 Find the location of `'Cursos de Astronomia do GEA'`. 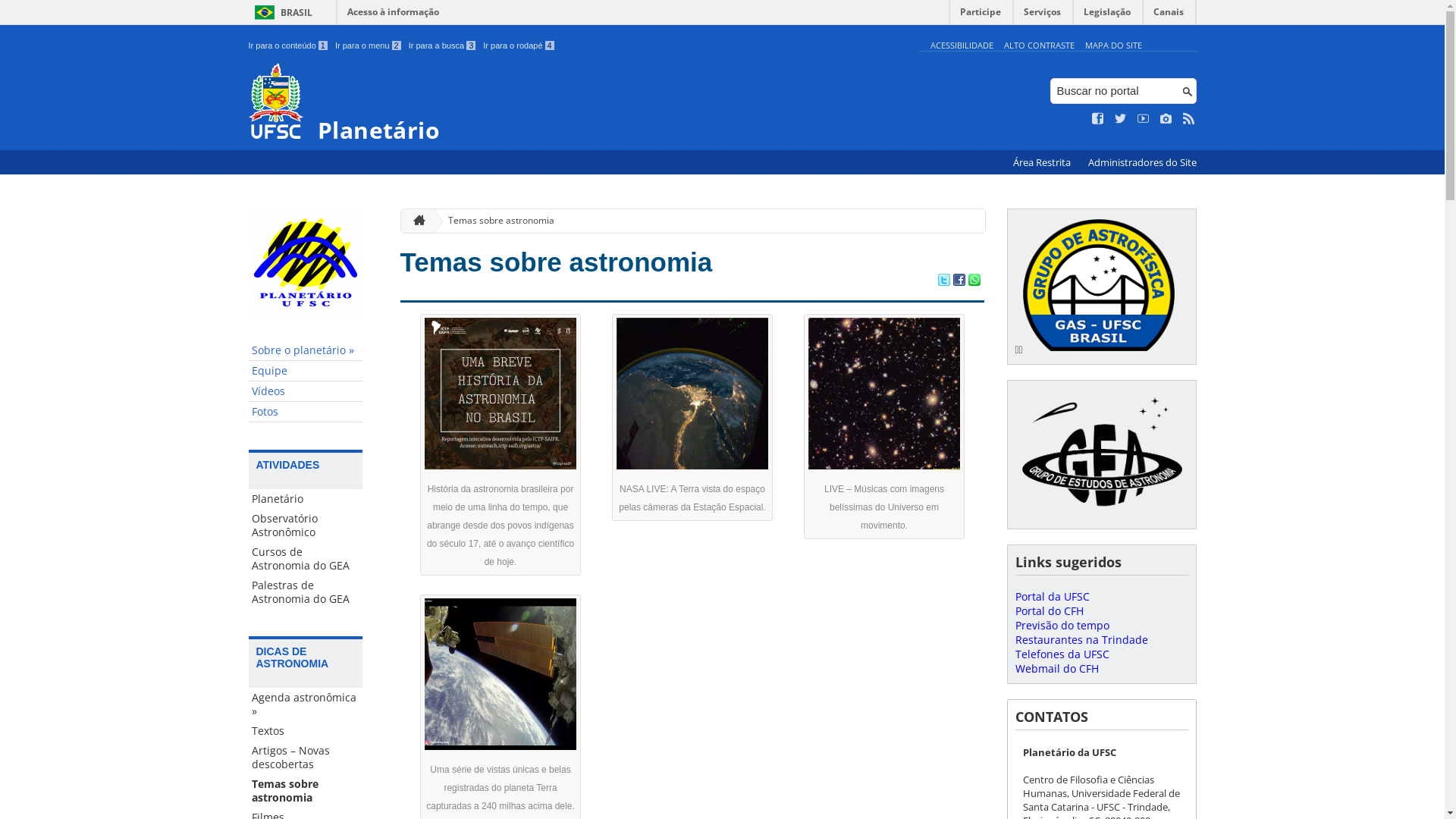

'Cursos de Astronomia do GEA' is located at coordinates (305, 558).